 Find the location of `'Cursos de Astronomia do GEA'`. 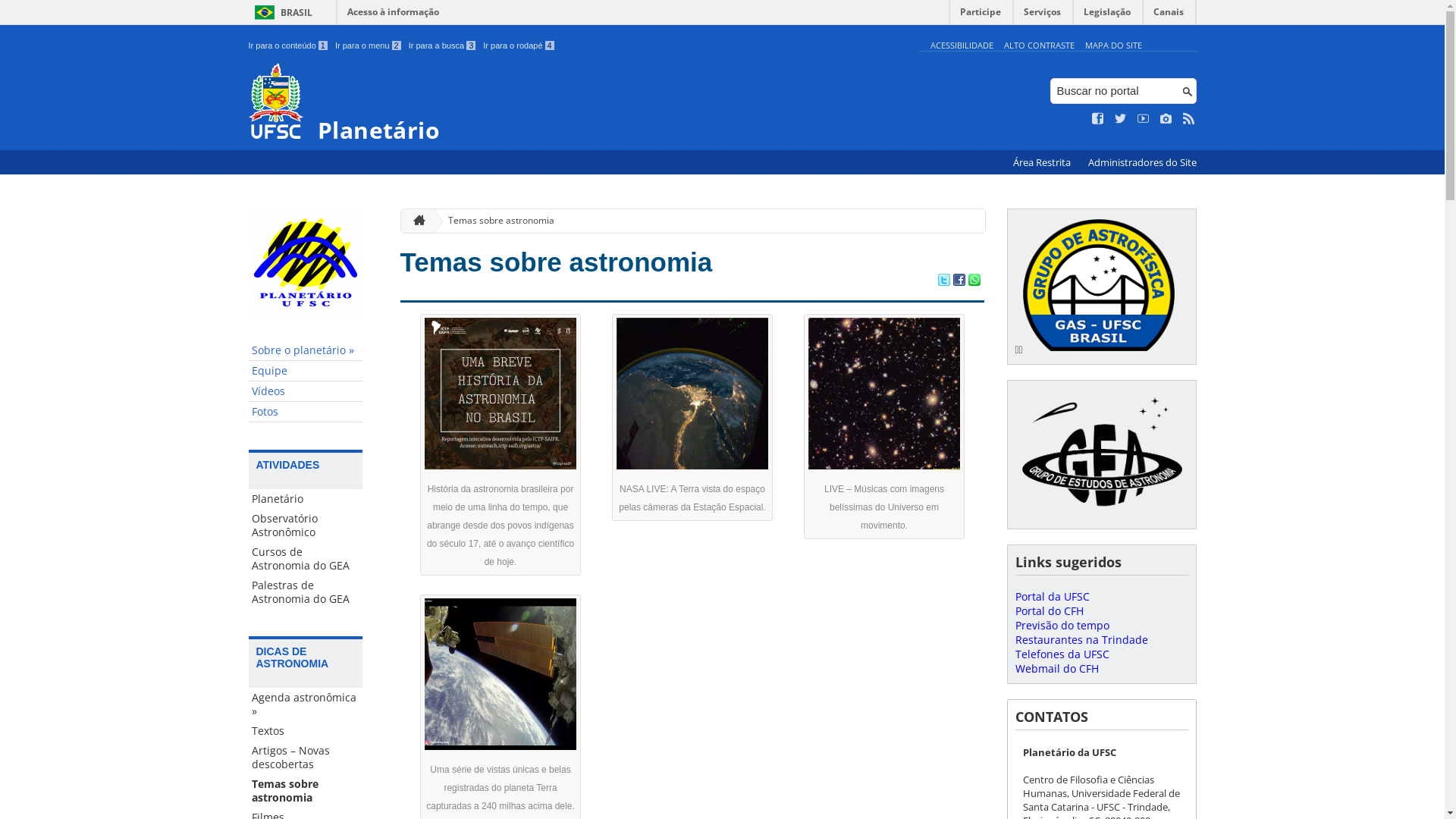

'Cursos de Astronomia do GEA' is located at coordinates (305, 558).